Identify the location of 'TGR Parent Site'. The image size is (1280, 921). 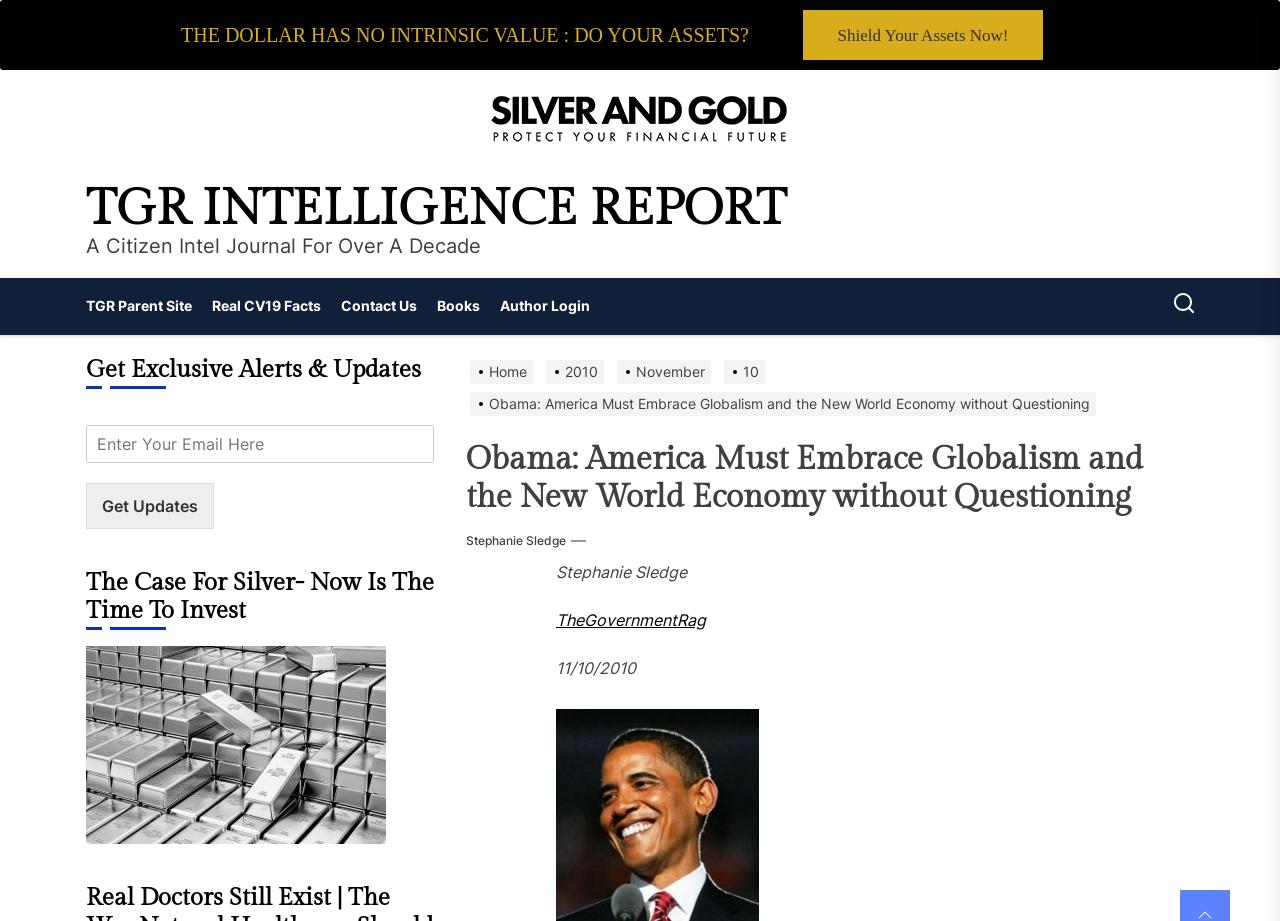
(85, 304).